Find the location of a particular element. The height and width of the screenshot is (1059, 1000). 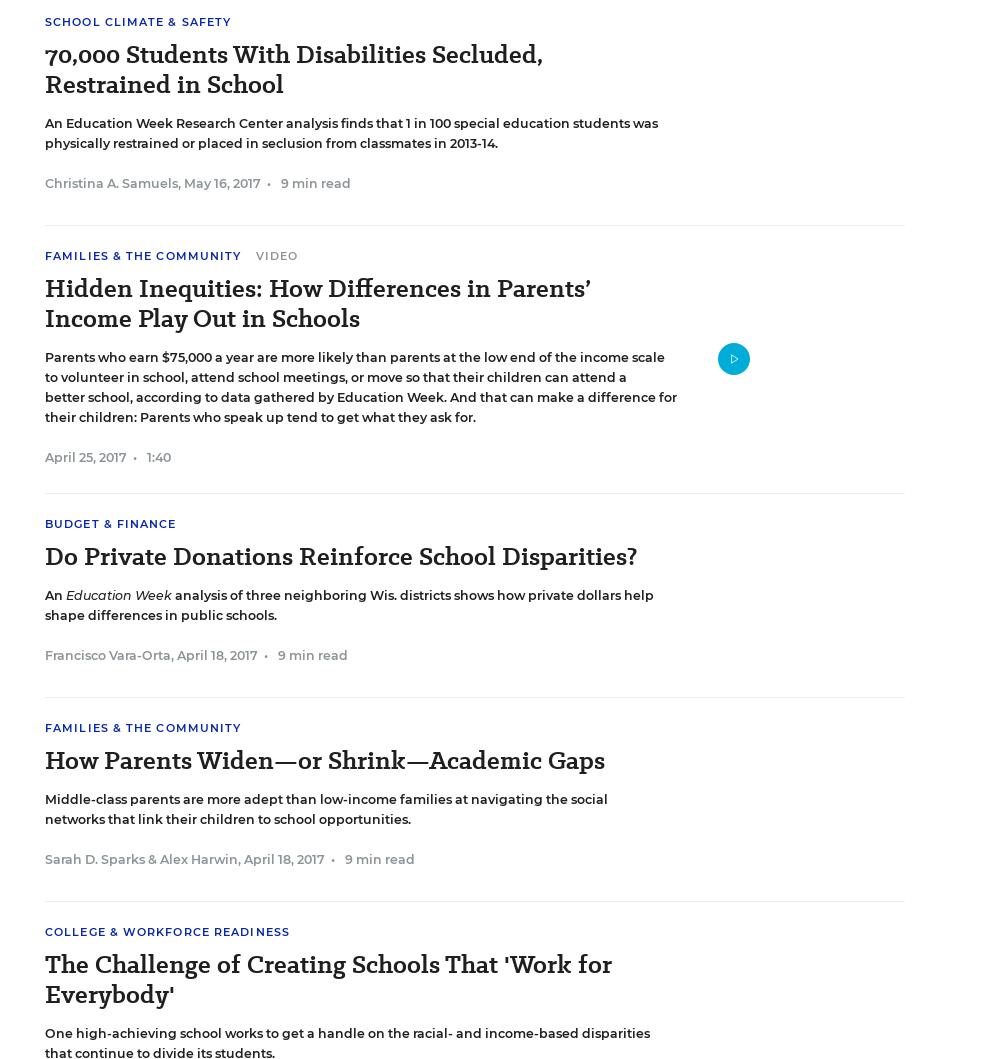

'EdWeek Top School Jobs' is located at coordinates (158, 33).